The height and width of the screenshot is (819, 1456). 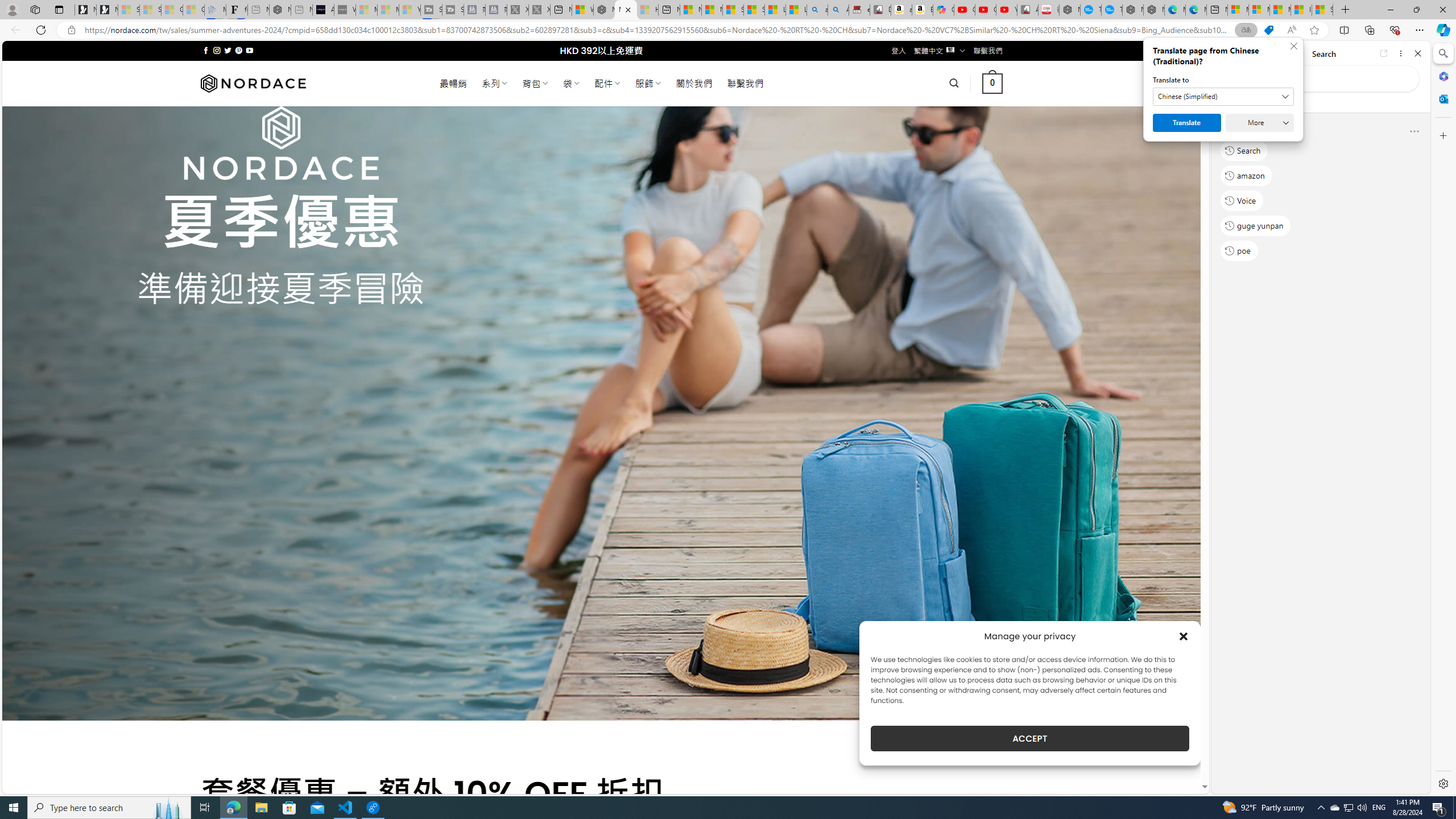 What do you see at coordinates (1443, 418) in the screenshot?
I see `'Side bar'` at bounding box center [1443, 418].